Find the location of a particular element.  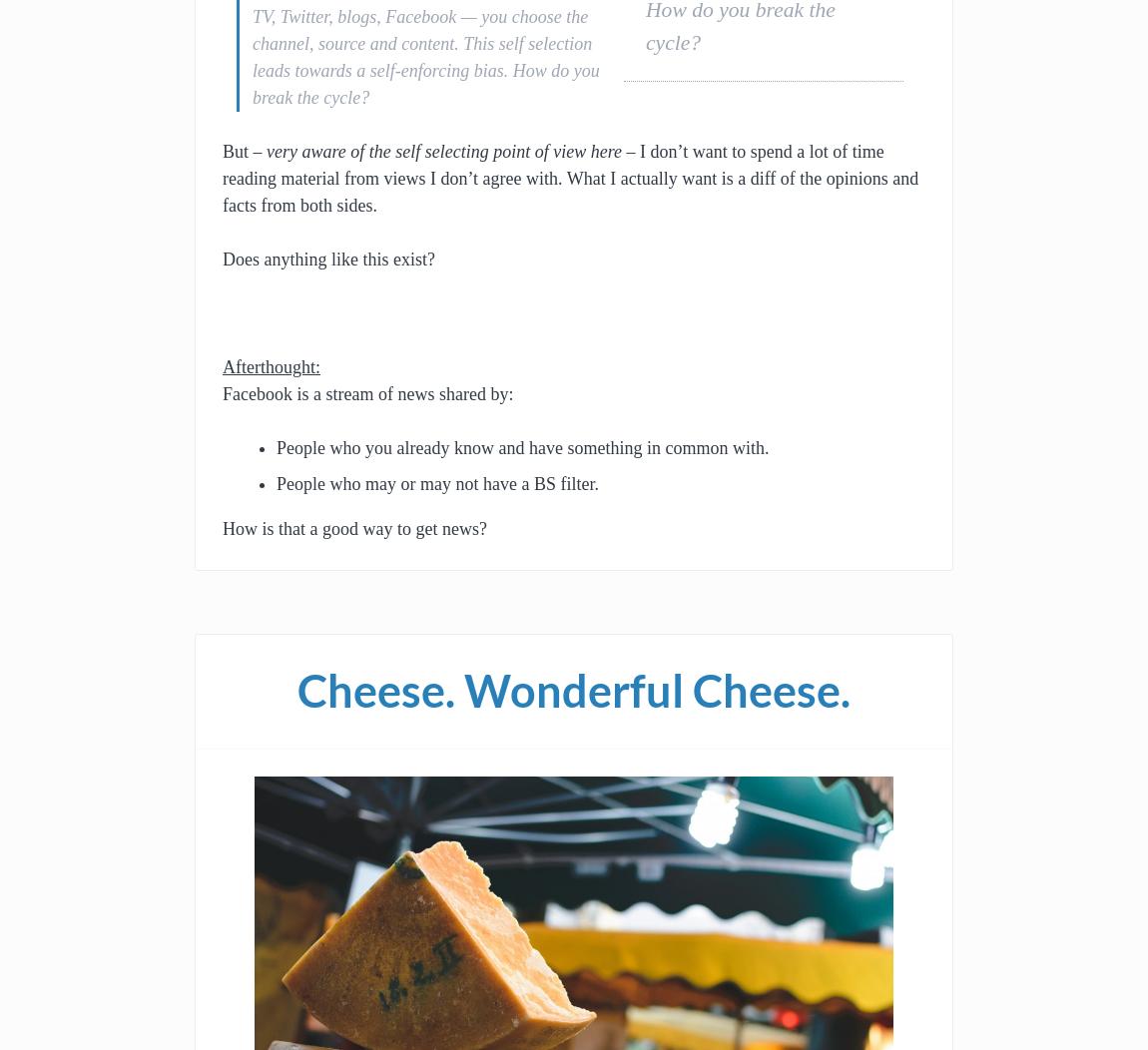

'Cheese. Wonderful Cheese.' is located at coordinates (574, 690).